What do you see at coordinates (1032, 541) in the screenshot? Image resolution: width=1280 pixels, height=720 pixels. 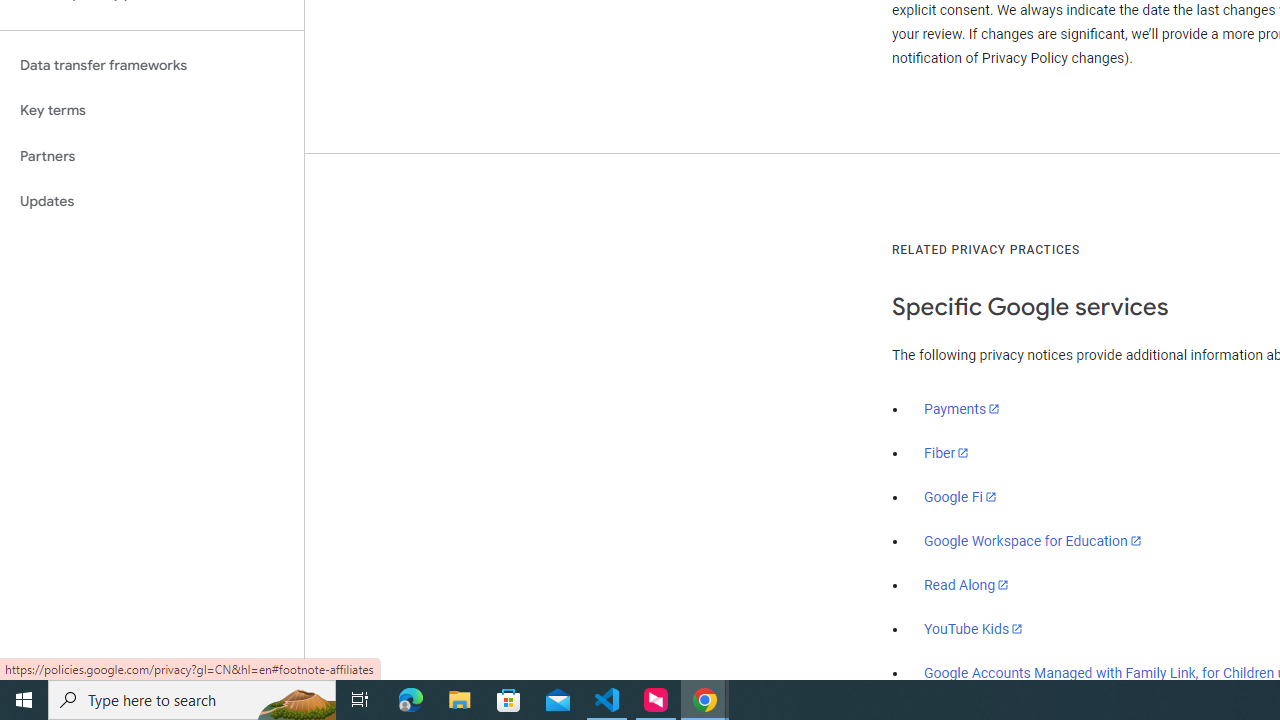 I see `'Google Workspace for Education'` at bounding box center [1032, 541].